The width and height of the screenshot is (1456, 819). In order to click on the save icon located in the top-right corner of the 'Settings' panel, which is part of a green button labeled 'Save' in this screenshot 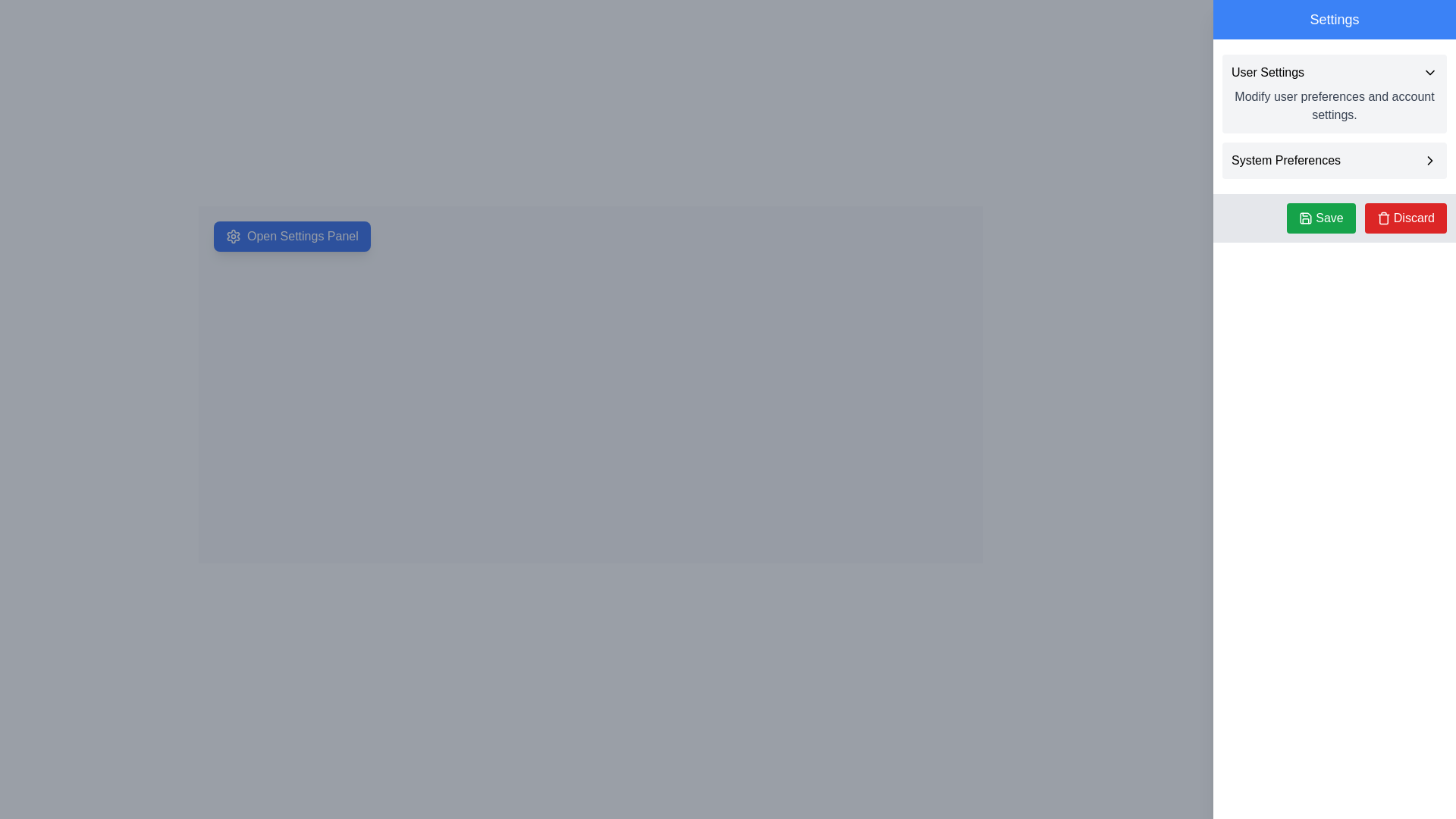, I will do `click(1305, 218)`.